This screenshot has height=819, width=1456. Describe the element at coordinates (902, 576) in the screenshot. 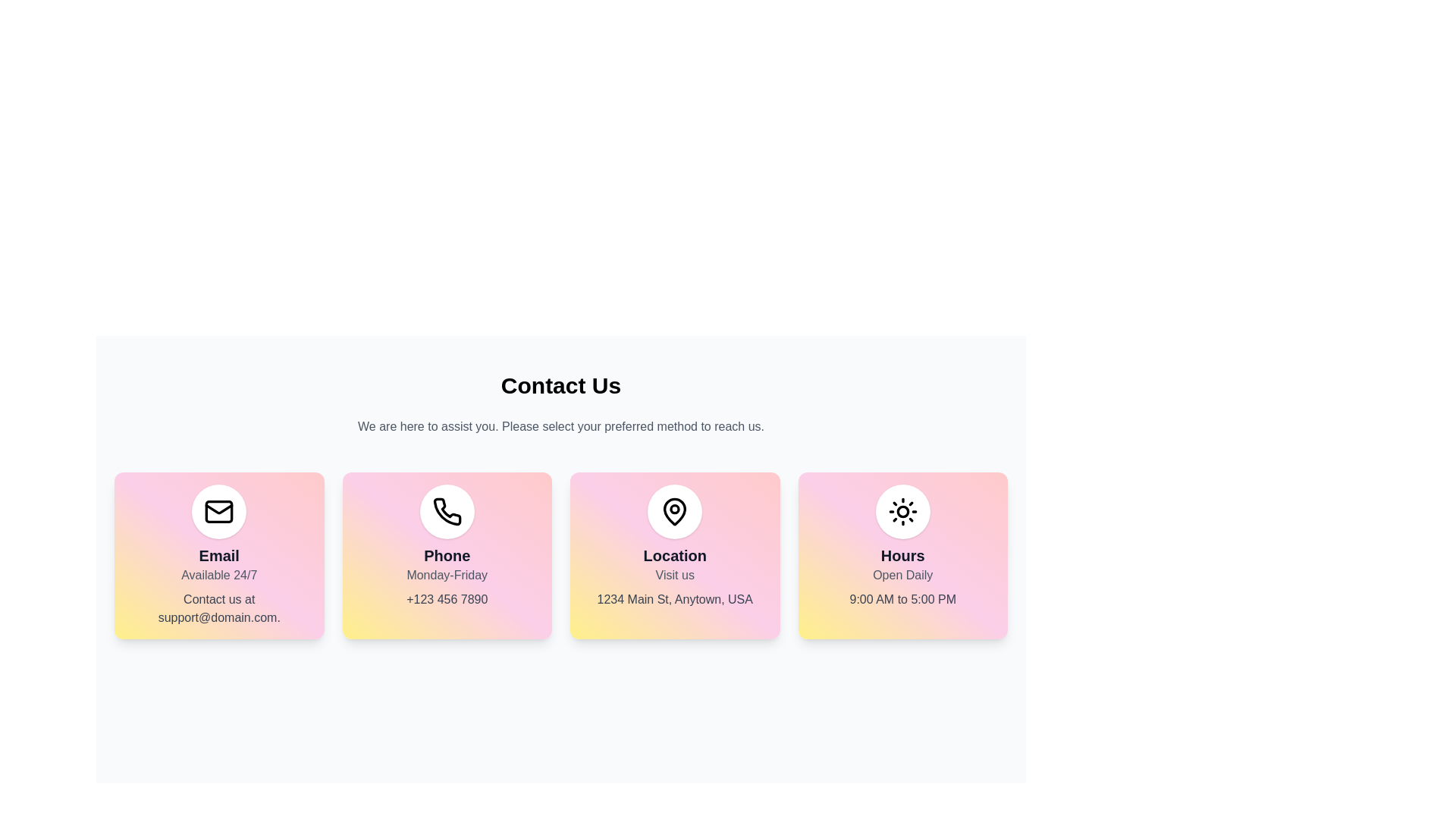

I see `the Text Label indicating the operating schedule located below the 'Hours' title in the fourth column of the card grid layout` at that location.